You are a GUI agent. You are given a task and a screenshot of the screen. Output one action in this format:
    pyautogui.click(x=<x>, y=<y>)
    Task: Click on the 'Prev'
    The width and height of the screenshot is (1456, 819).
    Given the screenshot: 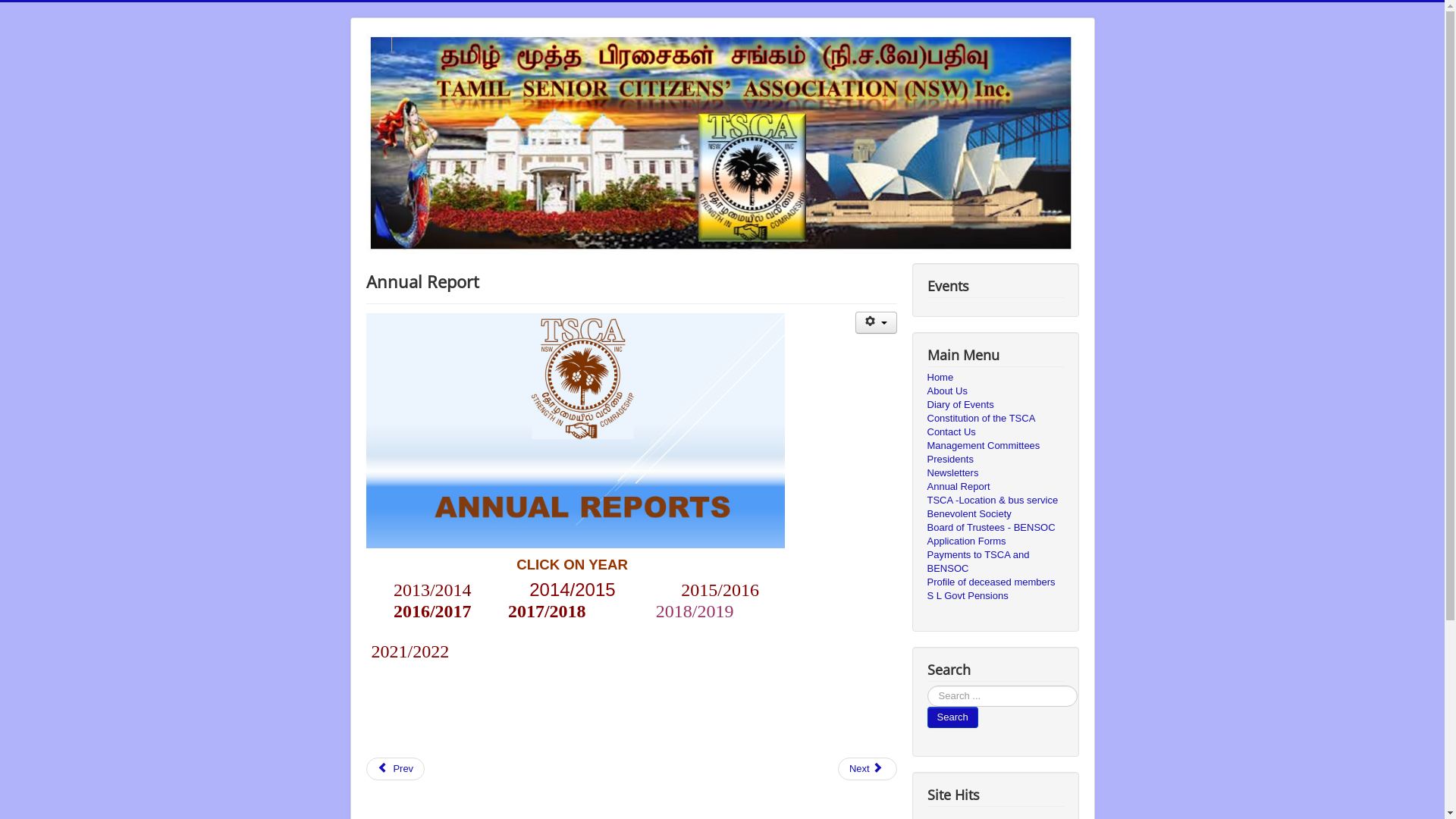 What is the action you would take?
    pyautogui.click(x=395, y=769)
    